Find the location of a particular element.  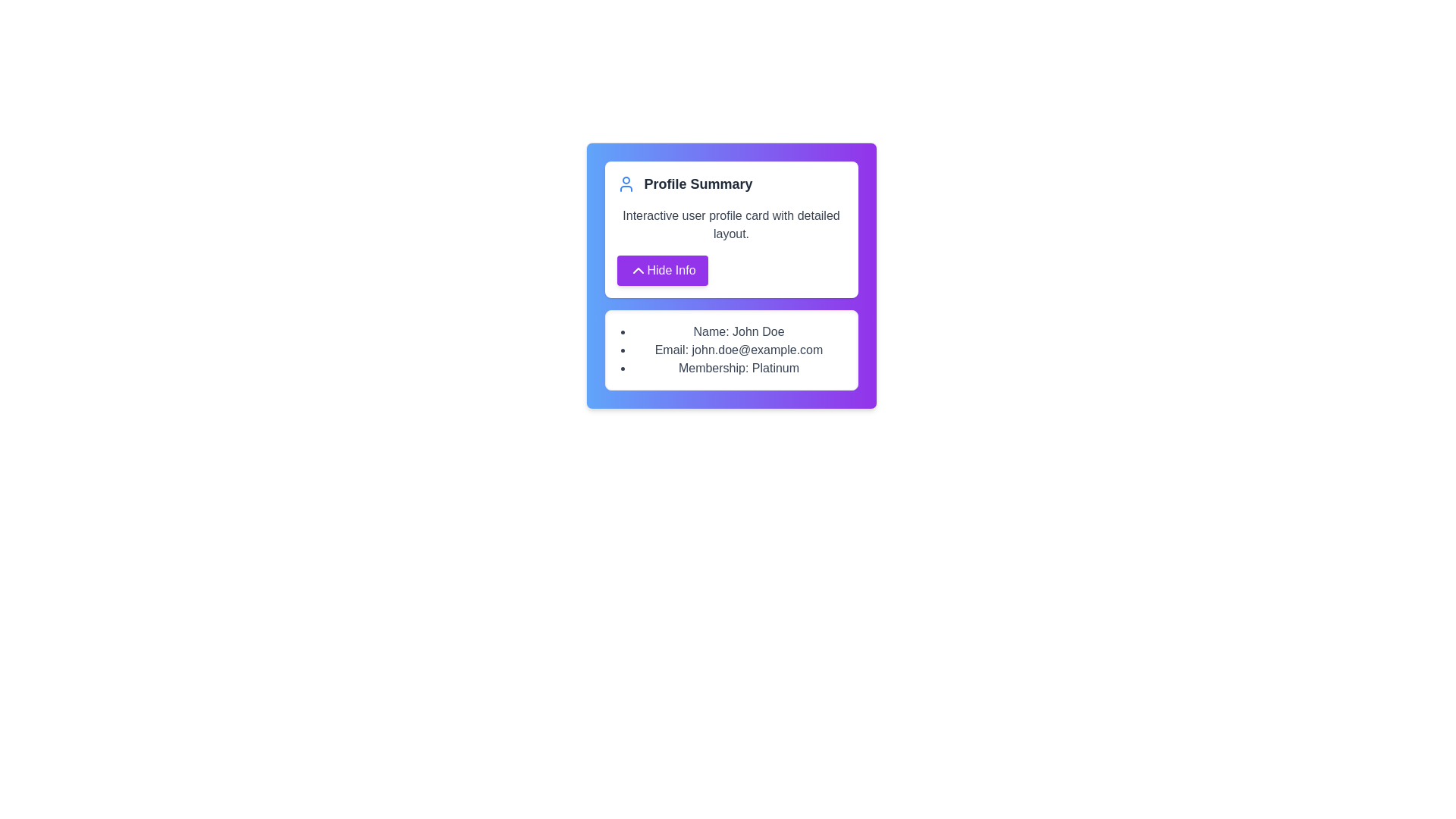

the Text block with list formatting that provides detailed information about the user, located at the bottom of the gradient-colored profile card below the 'Hide Info' button is located at coordinates (731, 350).